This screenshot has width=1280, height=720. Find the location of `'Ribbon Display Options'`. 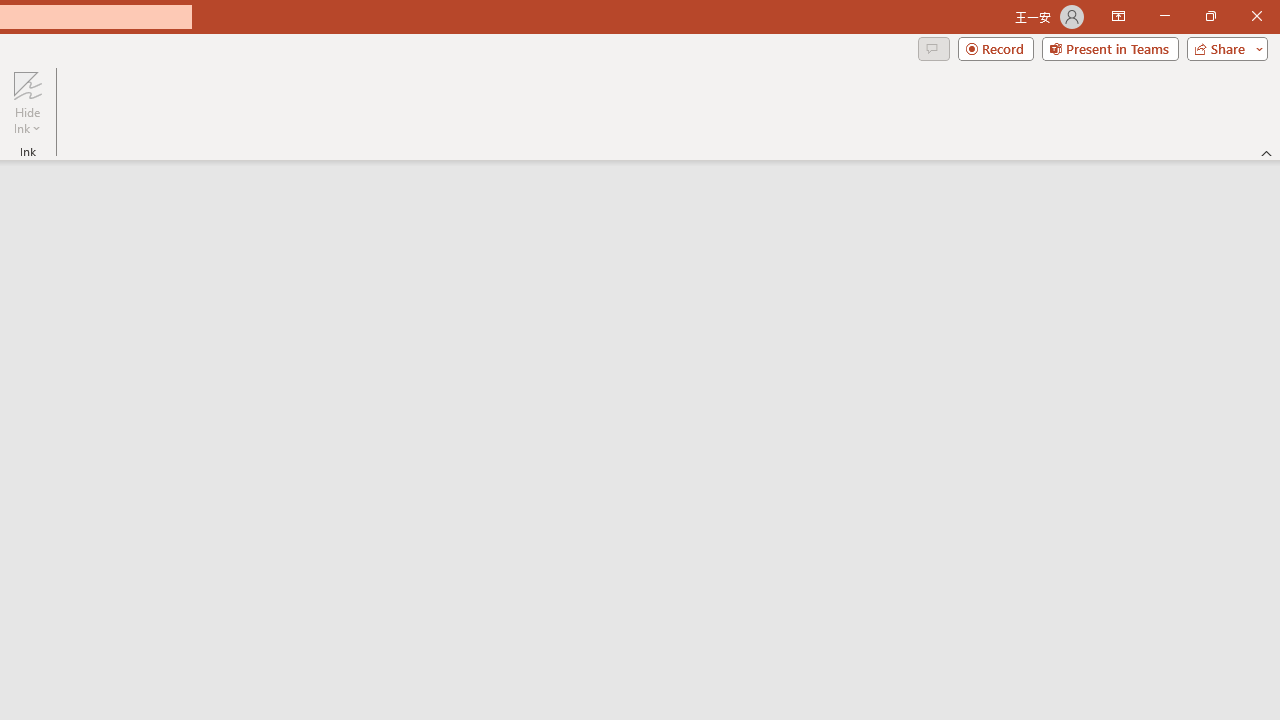

'Ribbon Display Options' is located at coordinates (1117, 16).